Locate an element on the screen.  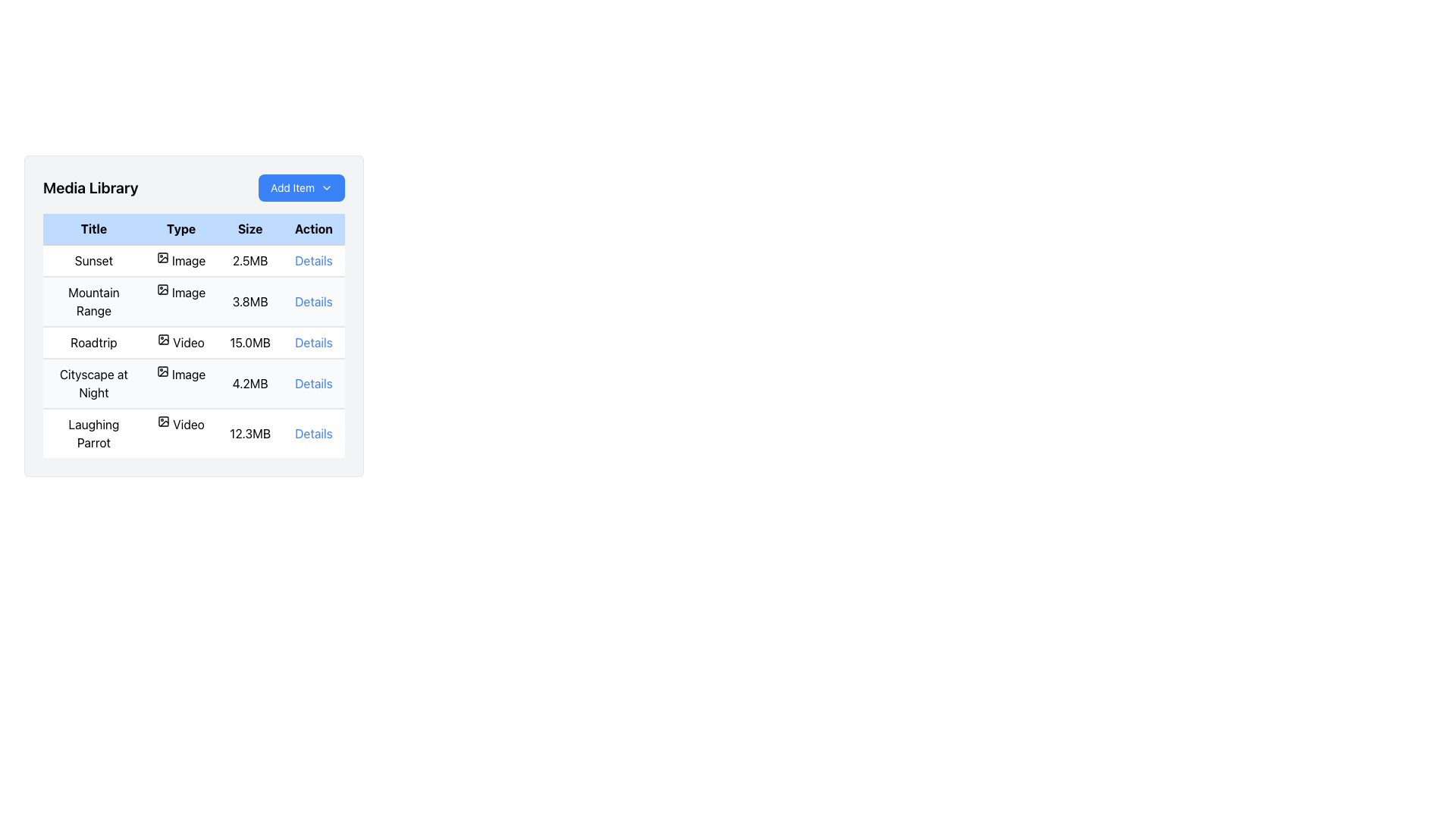
the small black icon styled as an image frame with rounded corners, located in the cell under the 'Type' column of the second row associated with the 'Mountain Range' entry in the 'Title' column is located at coordinates (162, 289).